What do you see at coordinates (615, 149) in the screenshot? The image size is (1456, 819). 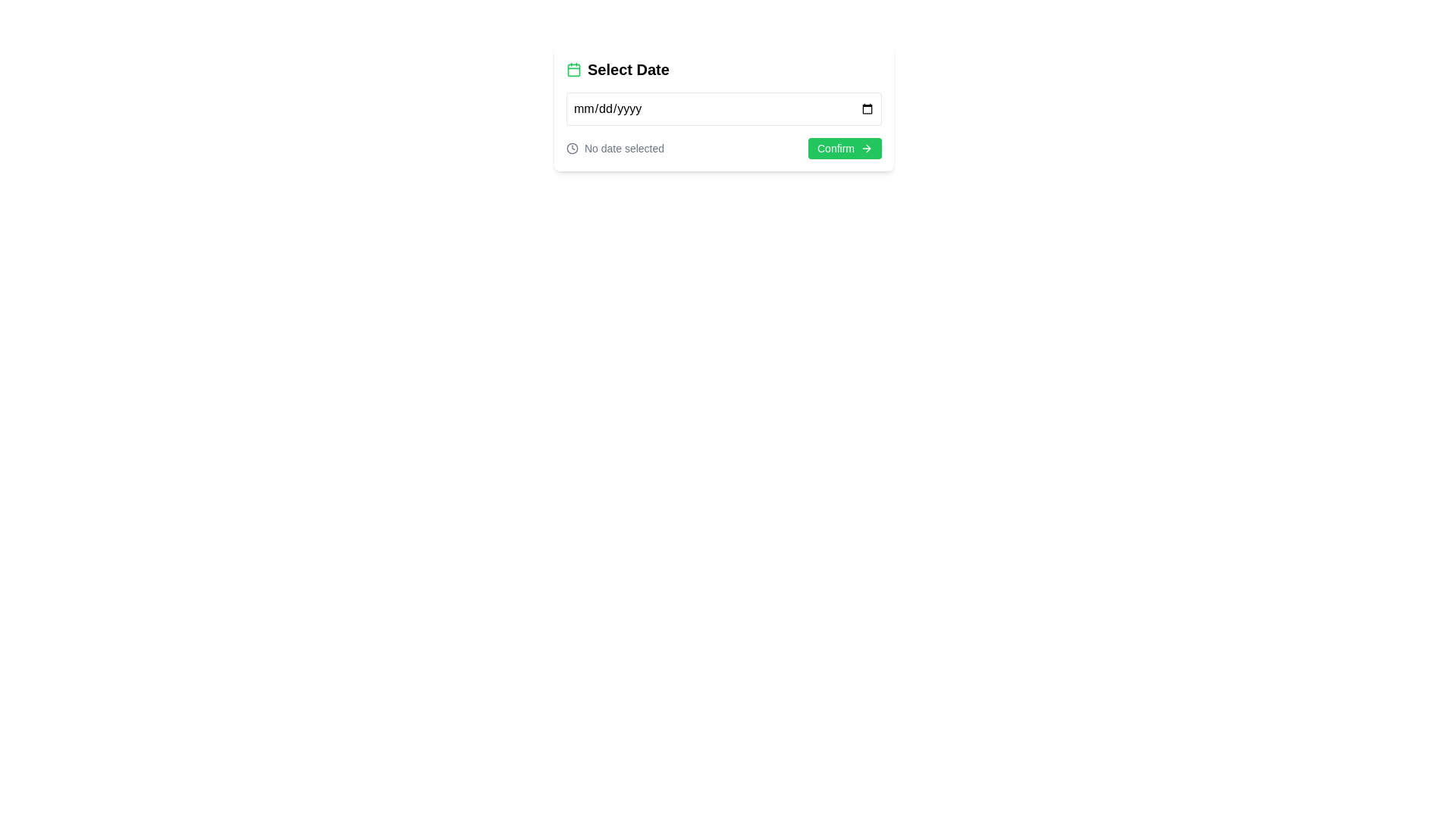 I see `the text label that reads 'No date selected' with a clock icon, positioned in the footer of the date-selection component to the left of the green 'Confirm' button` at bounding box center [615, 149].